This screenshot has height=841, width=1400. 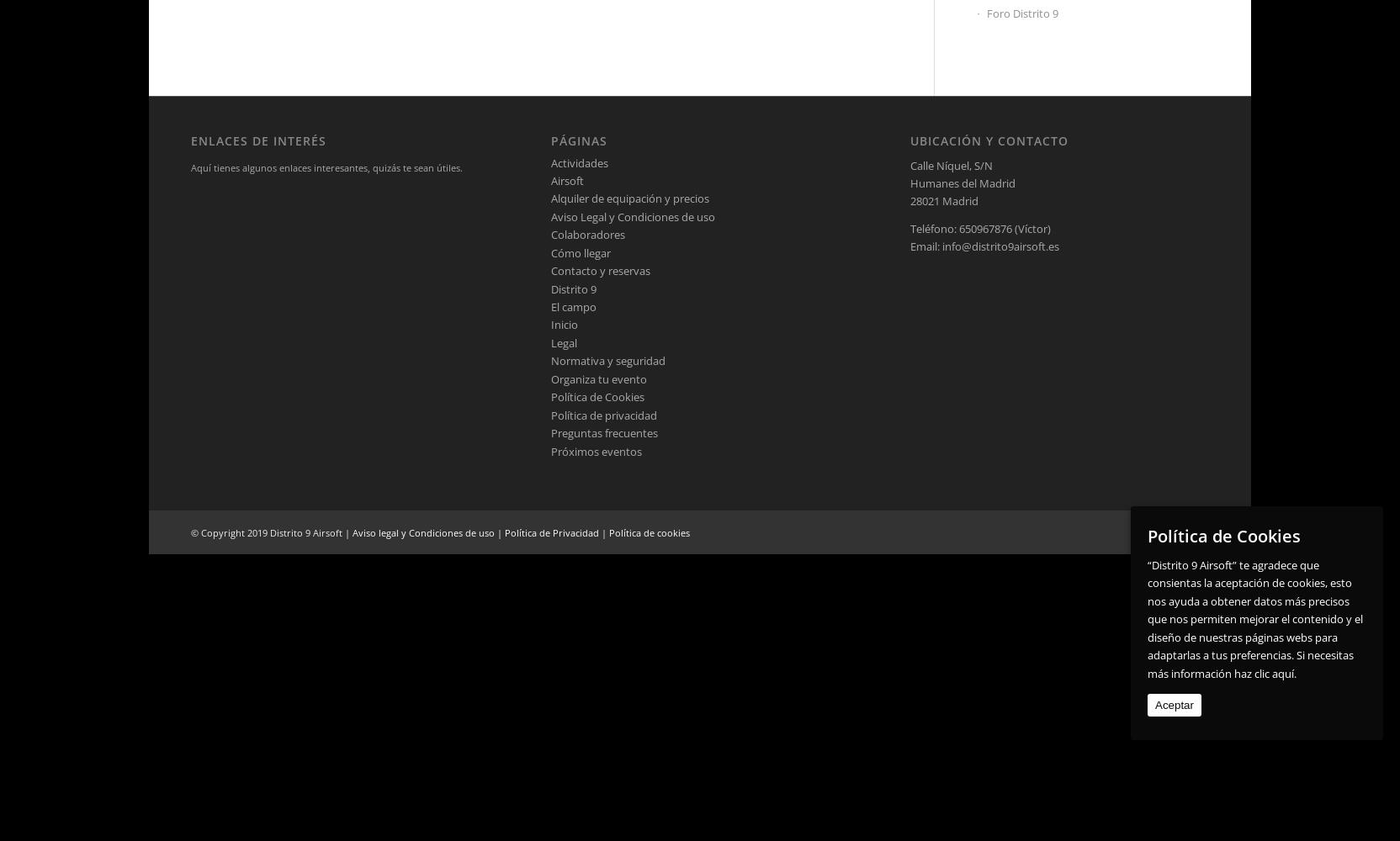 I want to click on 'Email:', so click(x=926, y=246).